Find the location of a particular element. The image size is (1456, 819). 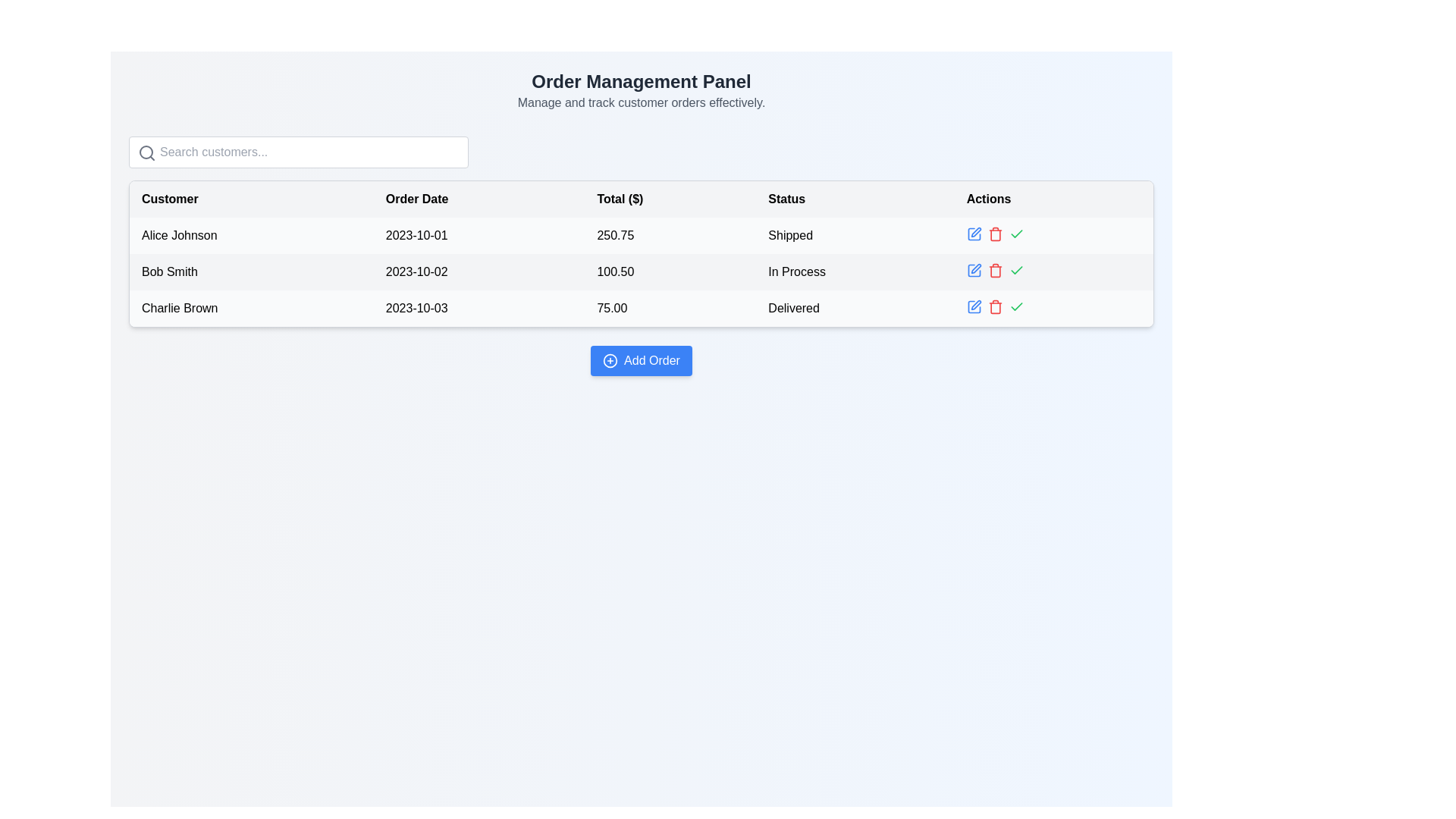

the green checkmark icon in the 'Actions' column of the right-most table row for the order made by 'Charlie Brown' is located at coordinates (1016, 234).